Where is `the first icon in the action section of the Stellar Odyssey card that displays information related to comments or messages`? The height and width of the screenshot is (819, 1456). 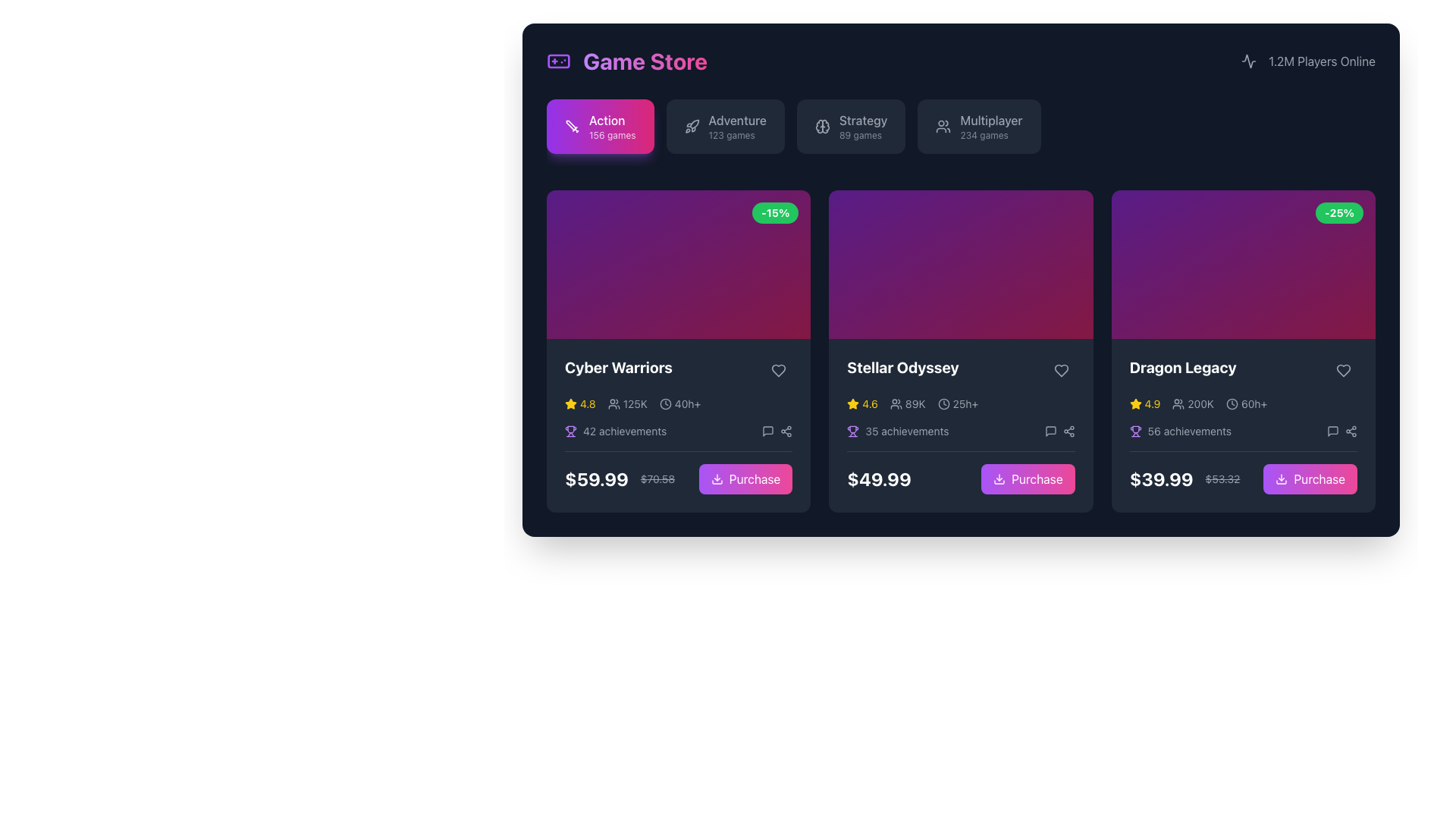
the first icon in the action section of the Stellar Odyssey card that displays information related to comments or messages is located at coordinates (1050, 431).